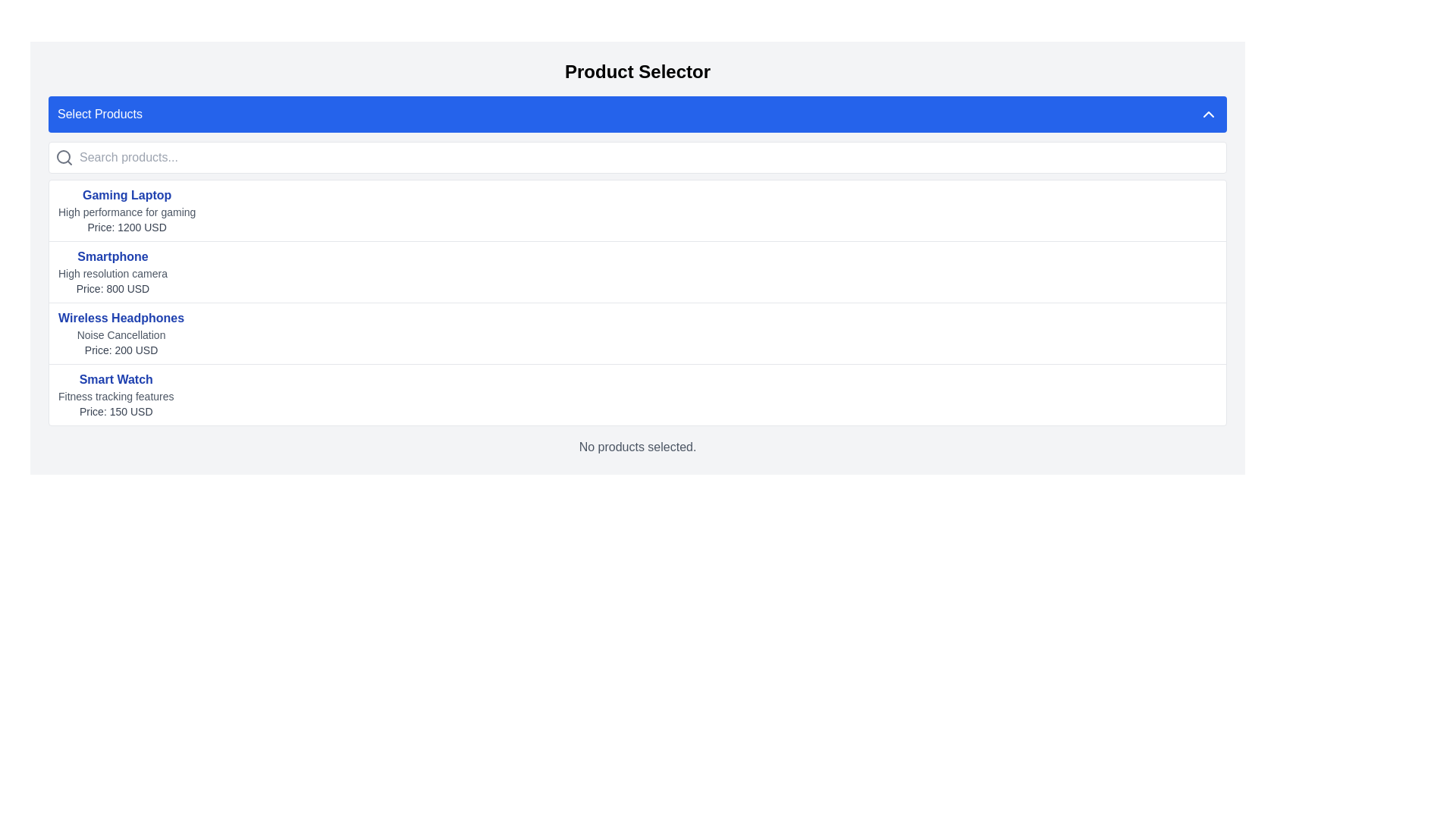  I want to click on the text label displaying 'Price: 150 USD', which is positioned under 'Fitness tracking features' for the Smart Watch product, so click(115, 412).